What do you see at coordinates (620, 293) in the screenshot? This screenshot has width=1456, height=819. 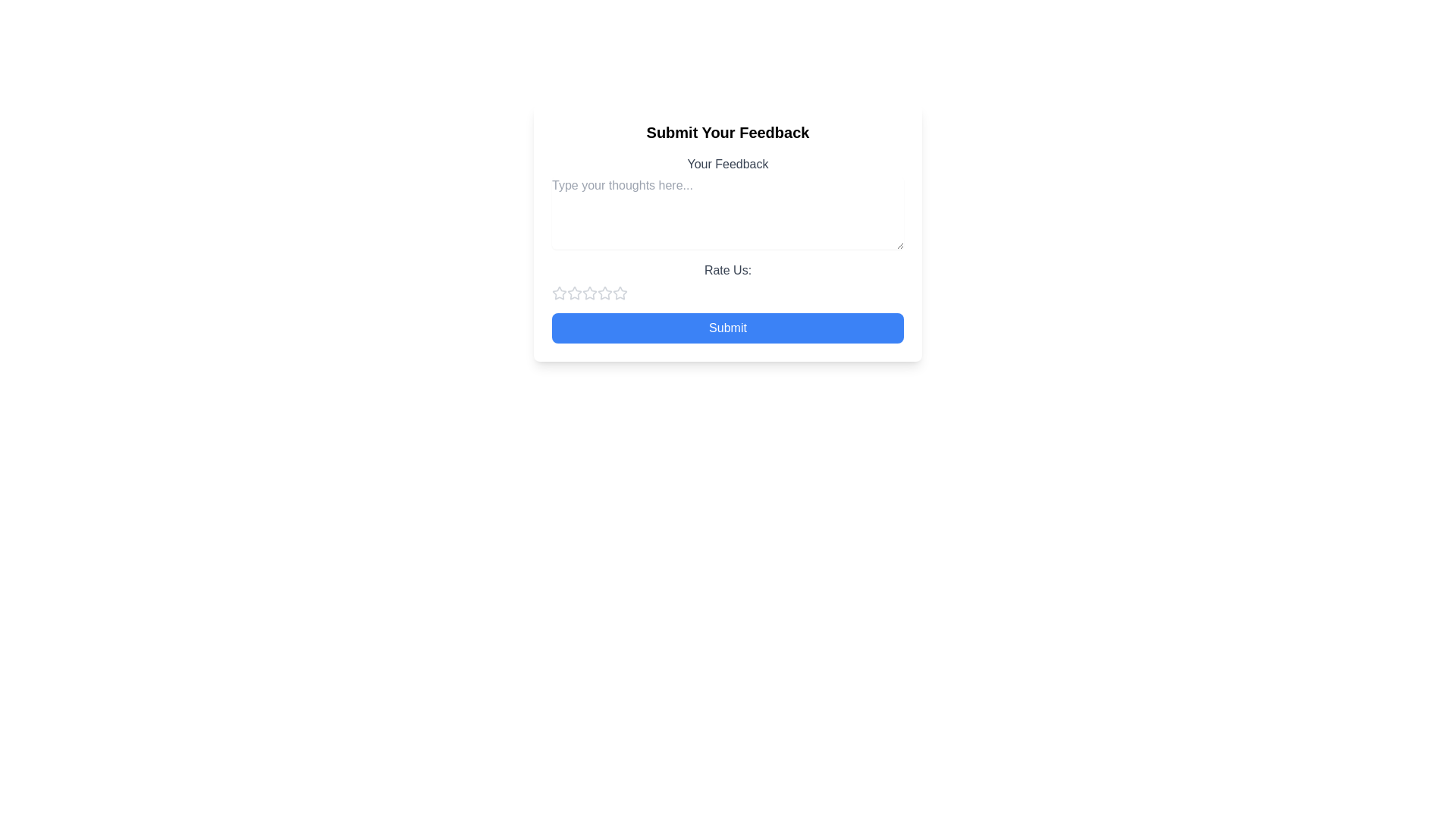 I see `the second star icon in the 'Rate Us' section of the feedback submission form` at bounding box center [620, 293].